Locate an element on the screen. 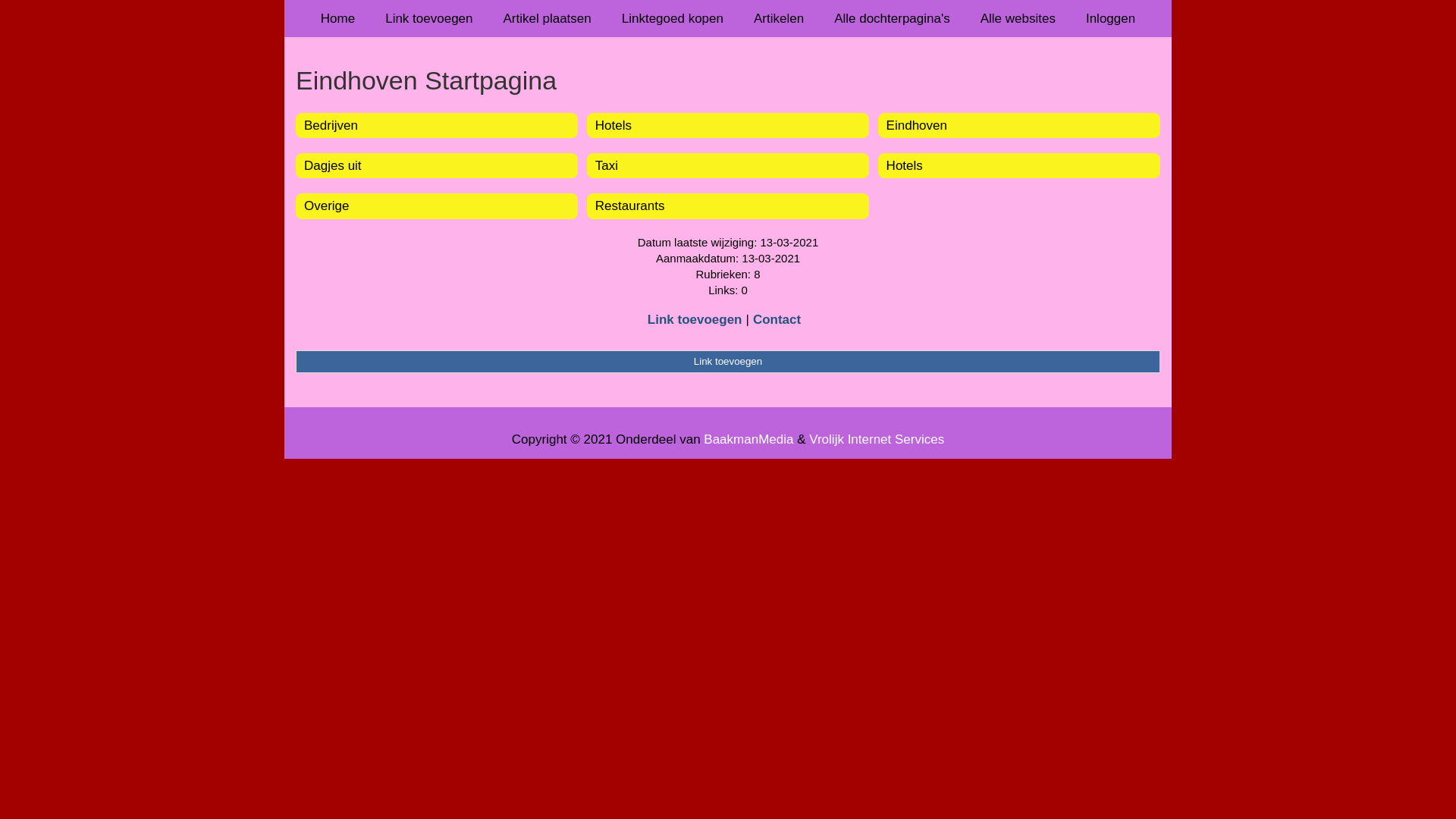 The image size is (1456, 819). 'Home' is located at coordinates (337, 18).